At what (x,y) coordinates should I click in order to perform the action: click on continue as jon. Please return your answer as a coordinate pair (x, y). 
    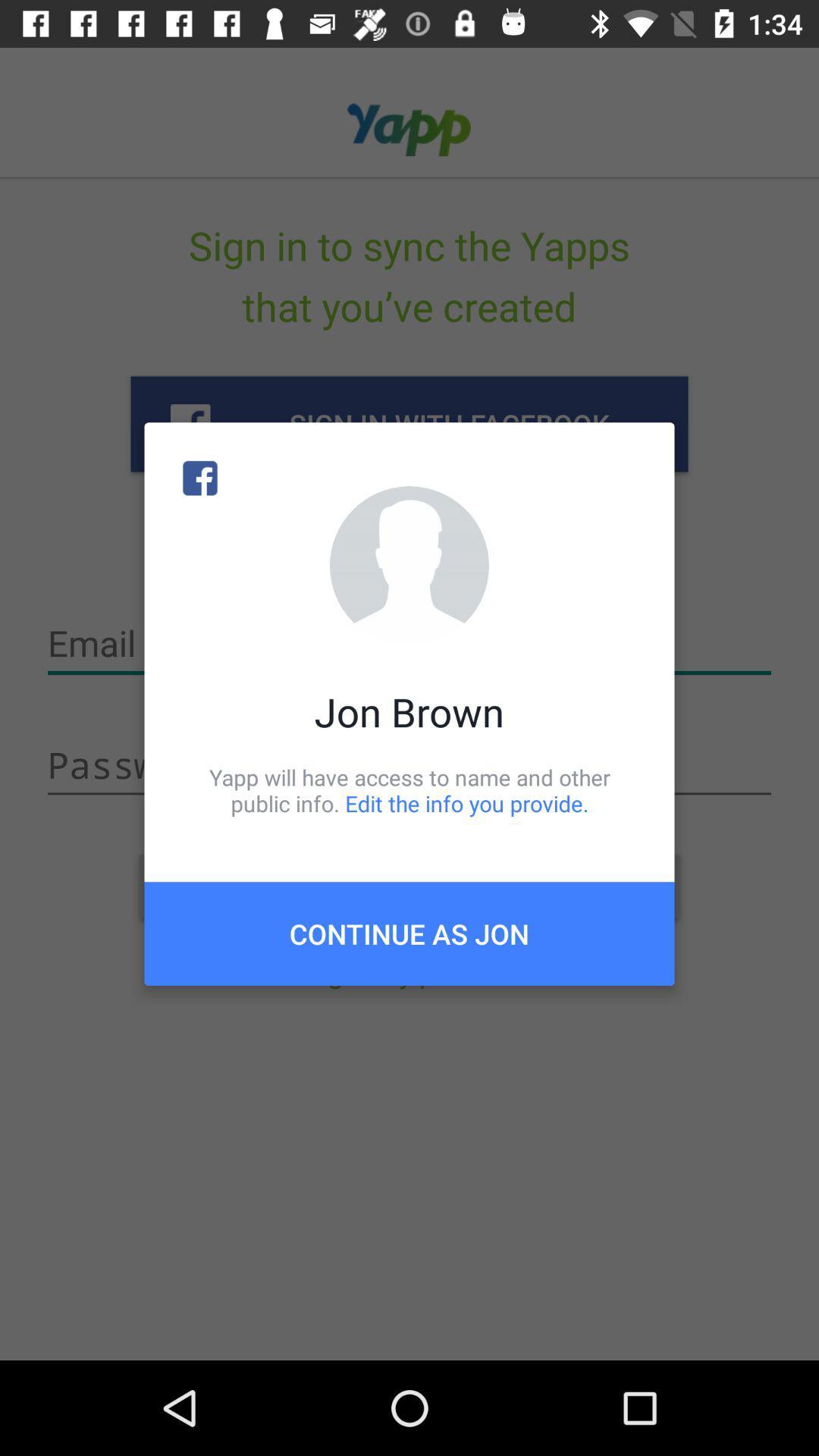
    Looking at the image, I should click on (409, 933).